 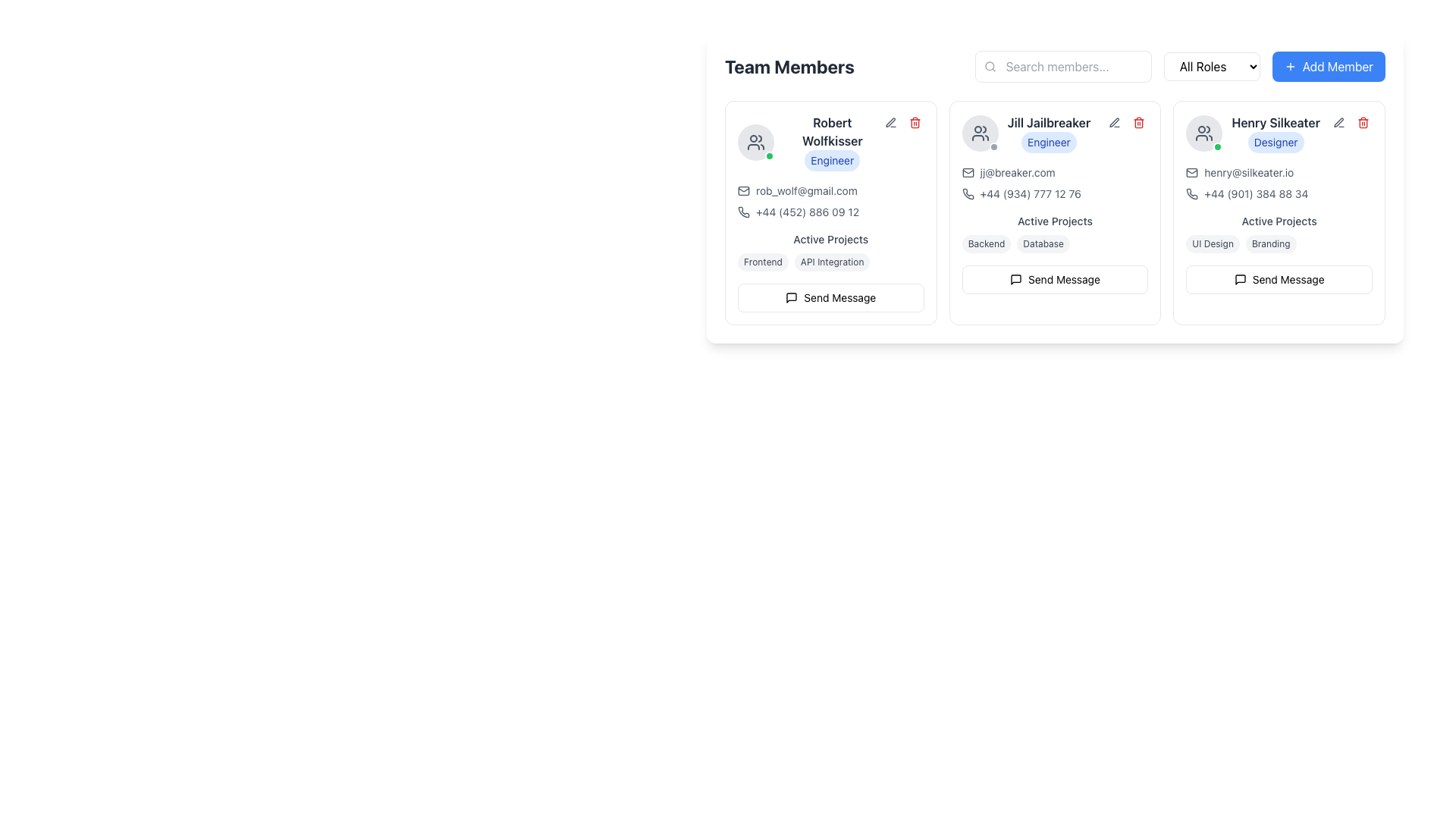 I want to click on the profile status icon representing 'Robert Wolfkisser', so click(x=756, y=143).